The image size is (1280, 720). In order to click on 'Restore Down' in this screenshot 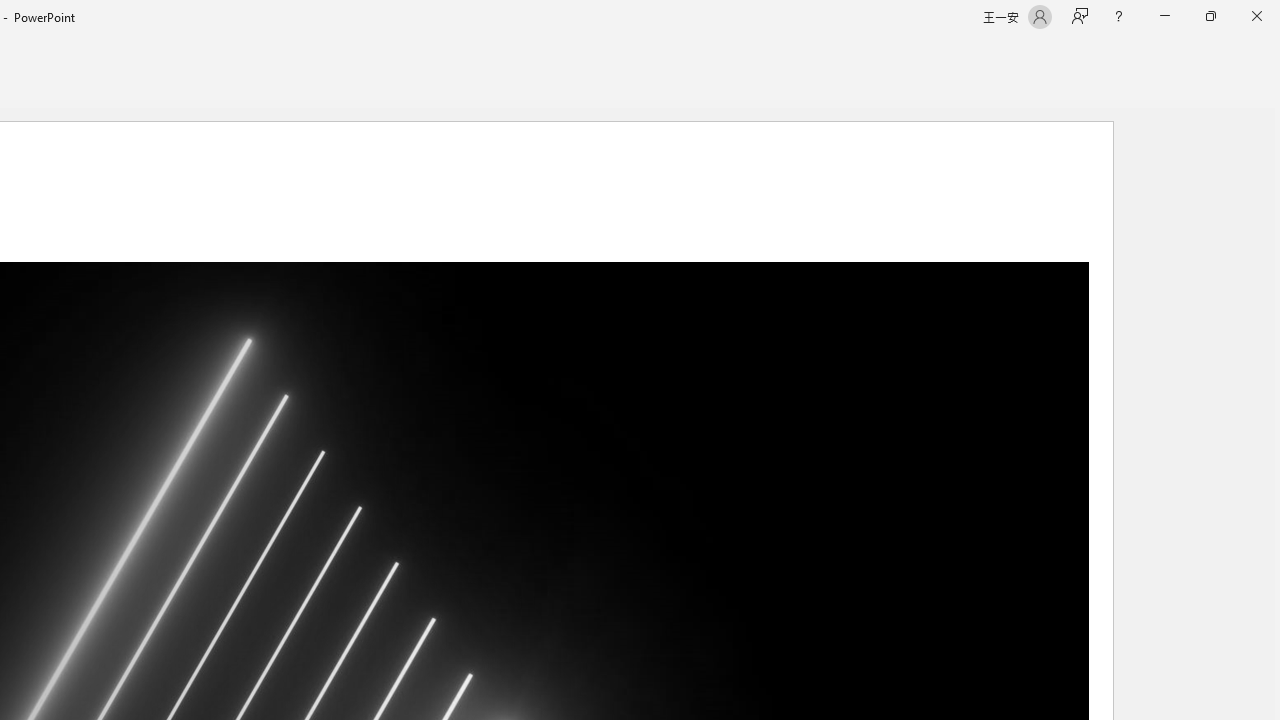, I will do `click(1209, 16)`.